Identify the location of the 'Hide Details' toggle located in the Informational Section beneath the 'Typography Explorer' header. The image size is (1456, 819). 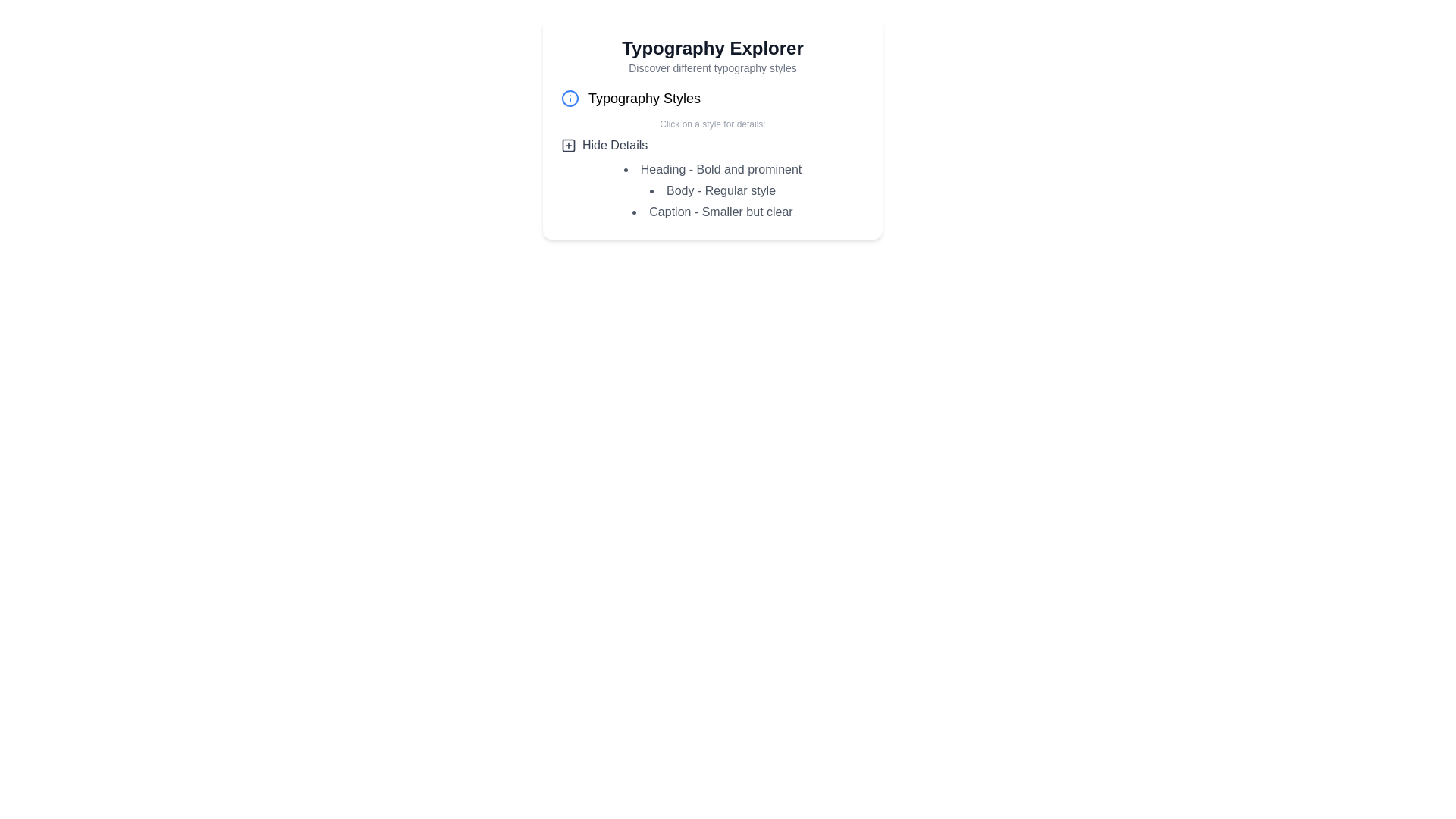
(712, 155).